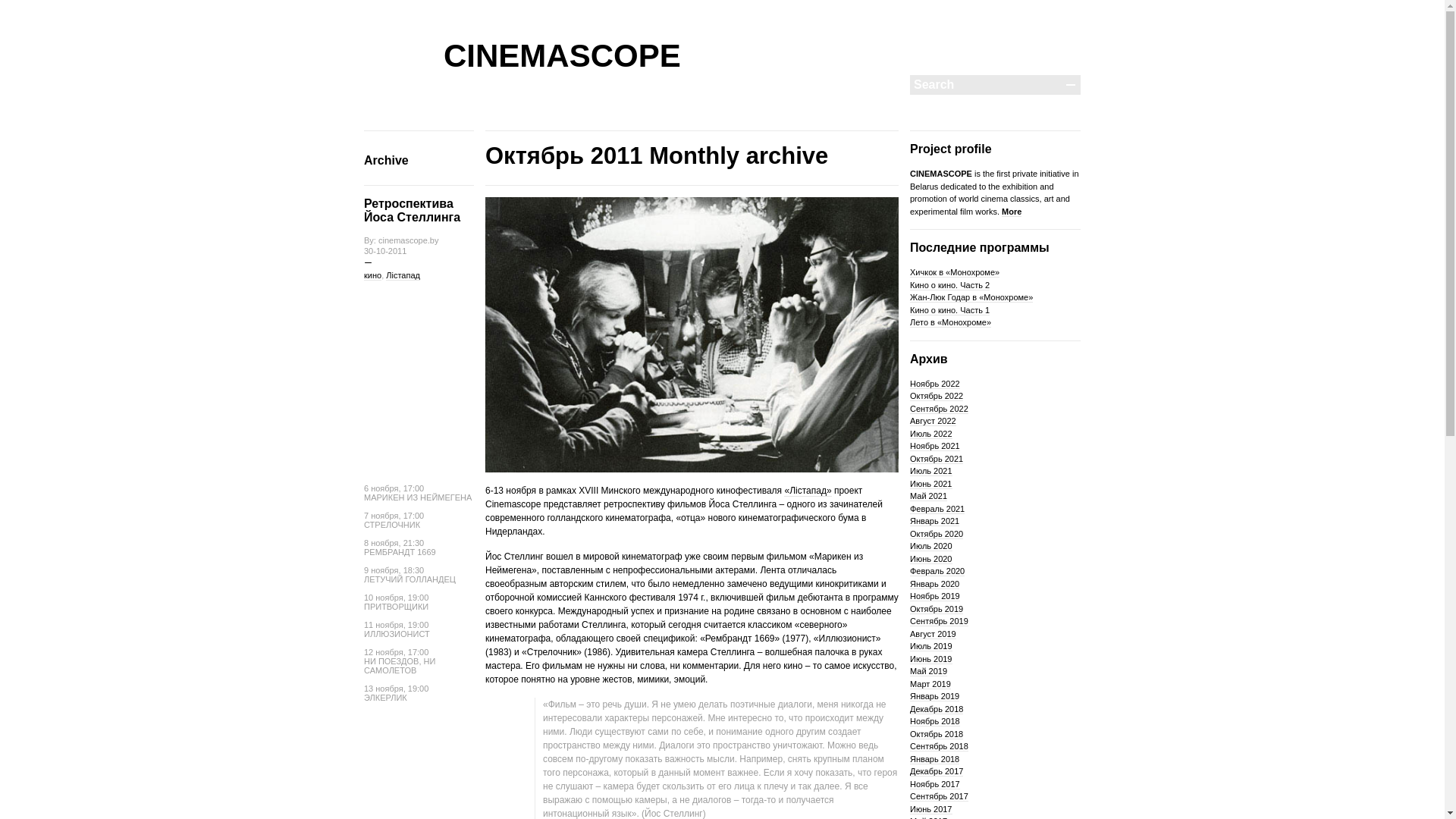  What do you see at coordinates (1012, 211) in the screenshot?
I see `'More'` at bounding box center [1012, 211].